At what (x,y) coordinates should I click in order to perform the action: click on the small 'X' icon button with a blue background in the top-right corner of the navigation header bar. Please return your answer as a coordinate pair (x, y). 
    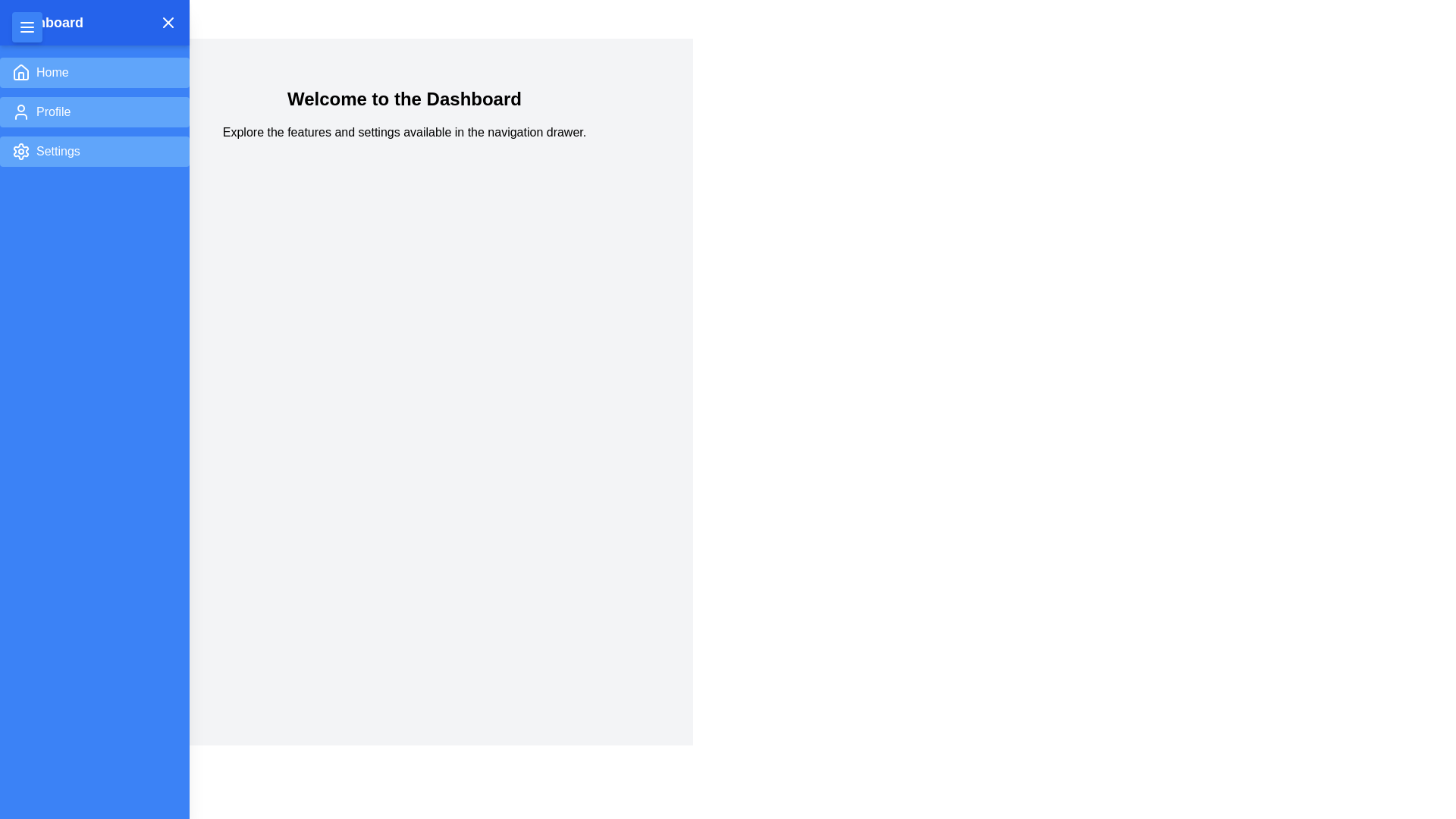
    Looking at the image, I should click on (168, 23).